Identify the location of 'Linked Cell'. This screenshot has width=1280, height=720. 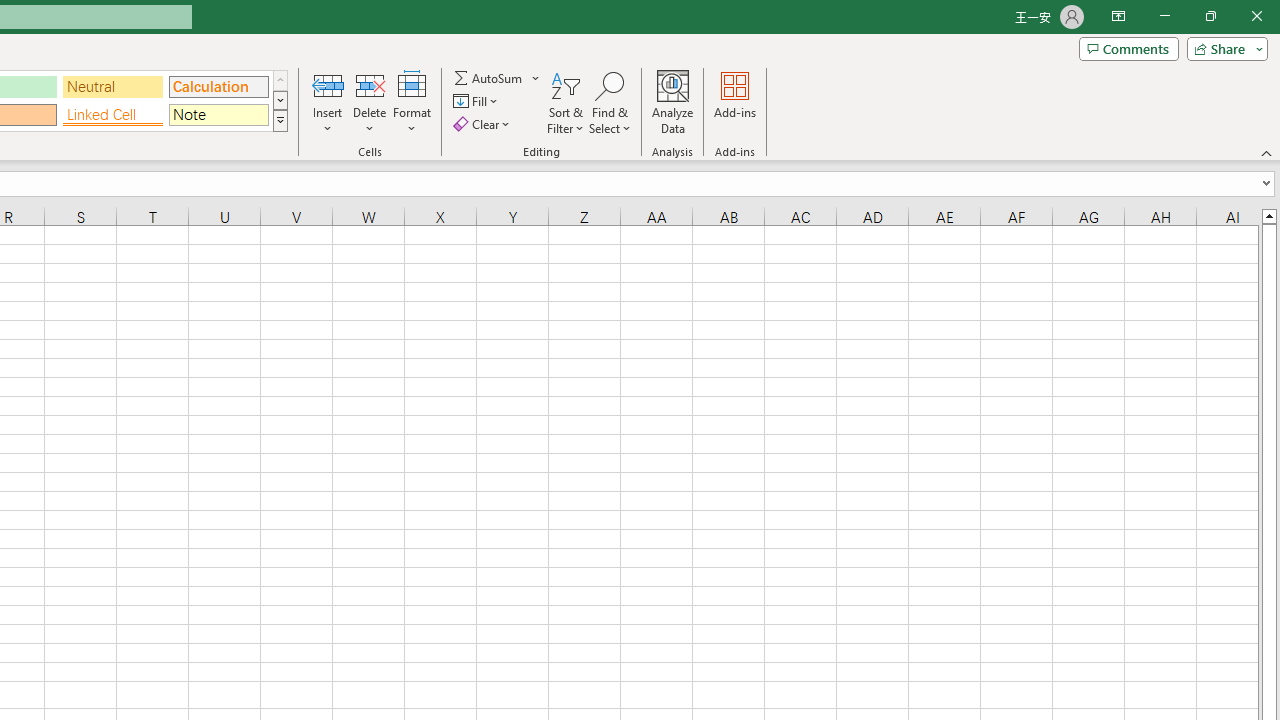
(112, 114).